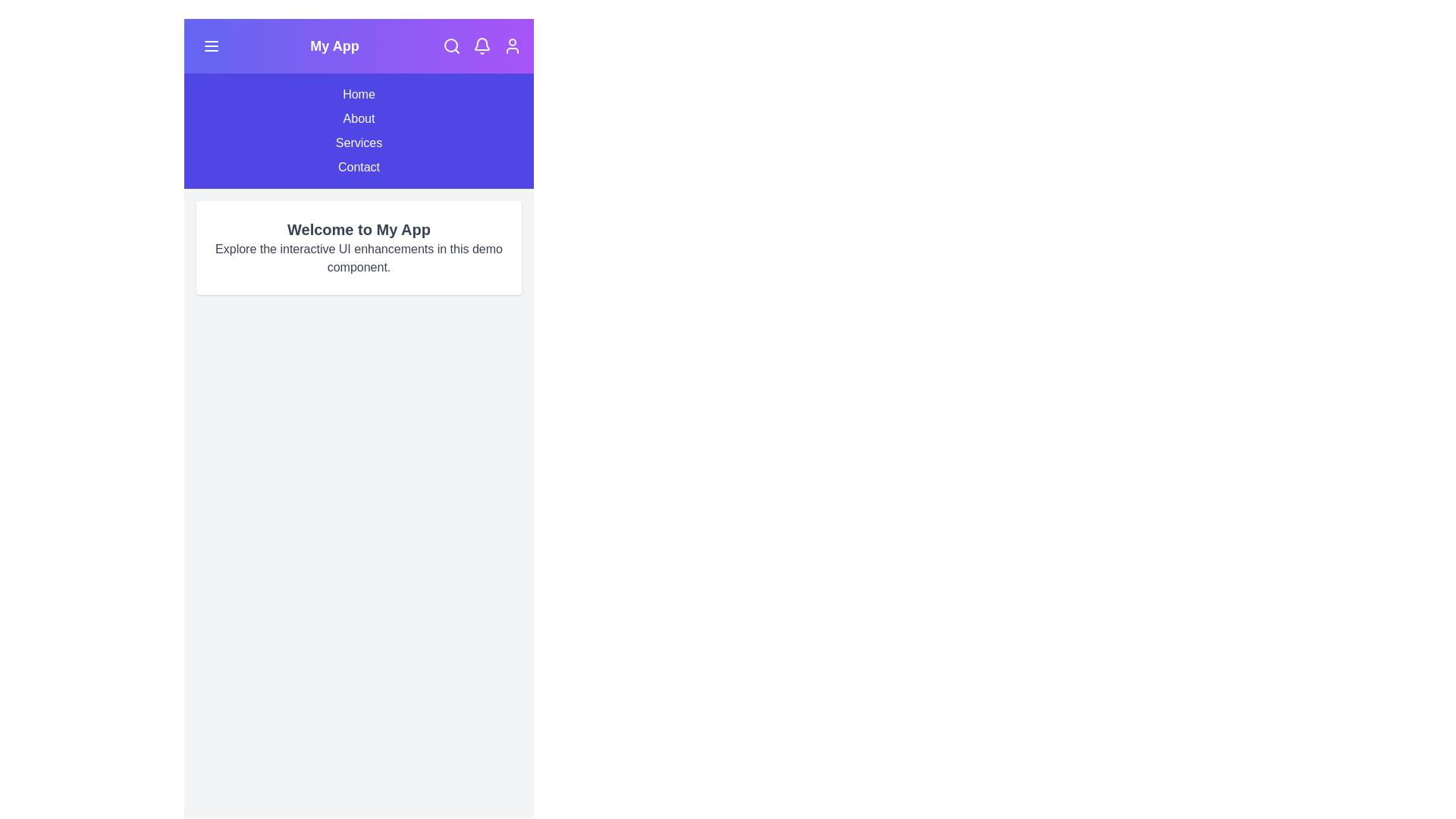  I want to click on the 'User' icon in the top-right corner of the app bar, so click(513, 45).